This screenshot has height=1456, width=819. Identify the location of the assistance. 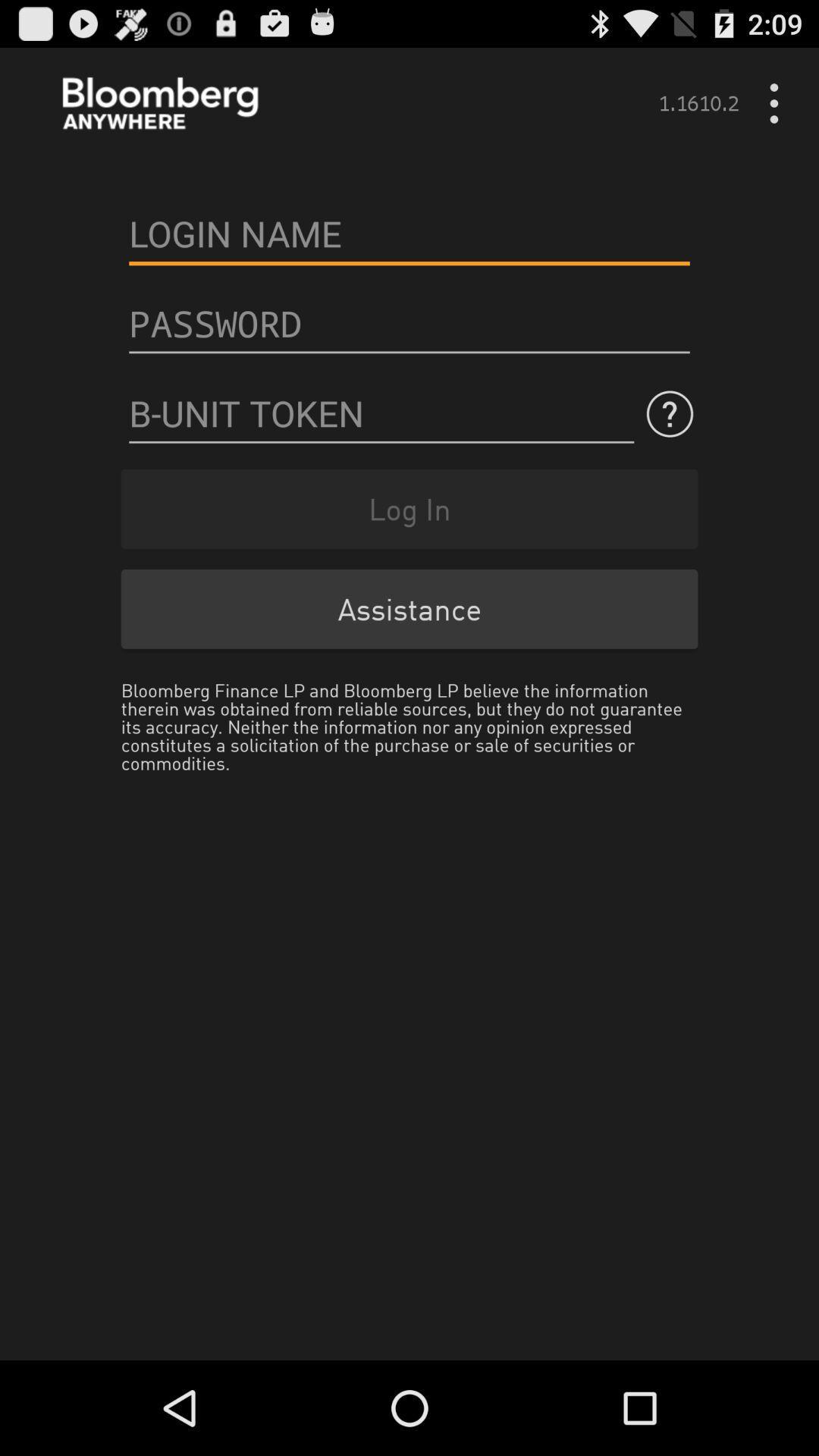
(409, 609).